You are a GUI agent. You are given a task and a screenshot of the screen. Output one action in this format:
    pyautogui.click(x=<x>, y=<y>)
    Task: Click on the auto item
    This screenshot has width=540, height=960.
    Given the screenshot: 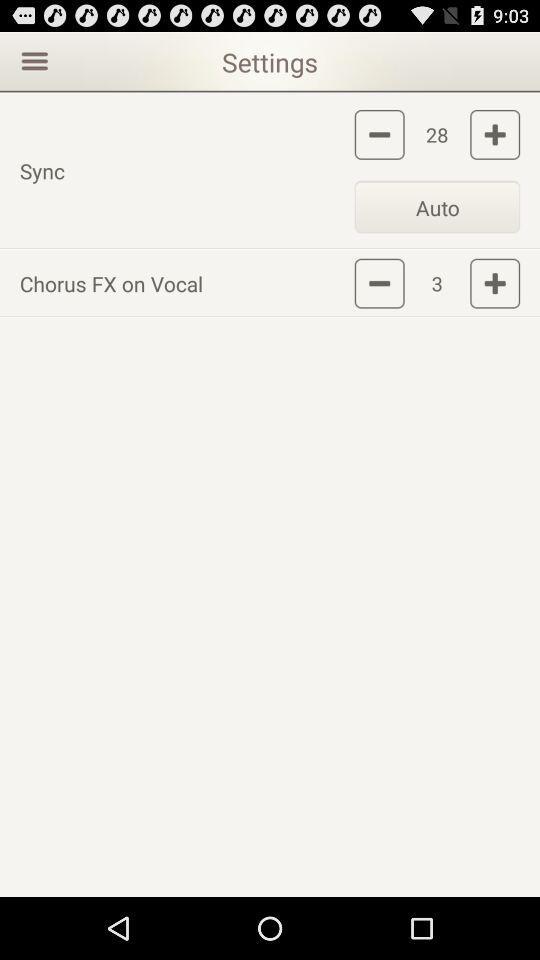 What is the action you would take?
    pyautogui.click(x=436, y=206)
    